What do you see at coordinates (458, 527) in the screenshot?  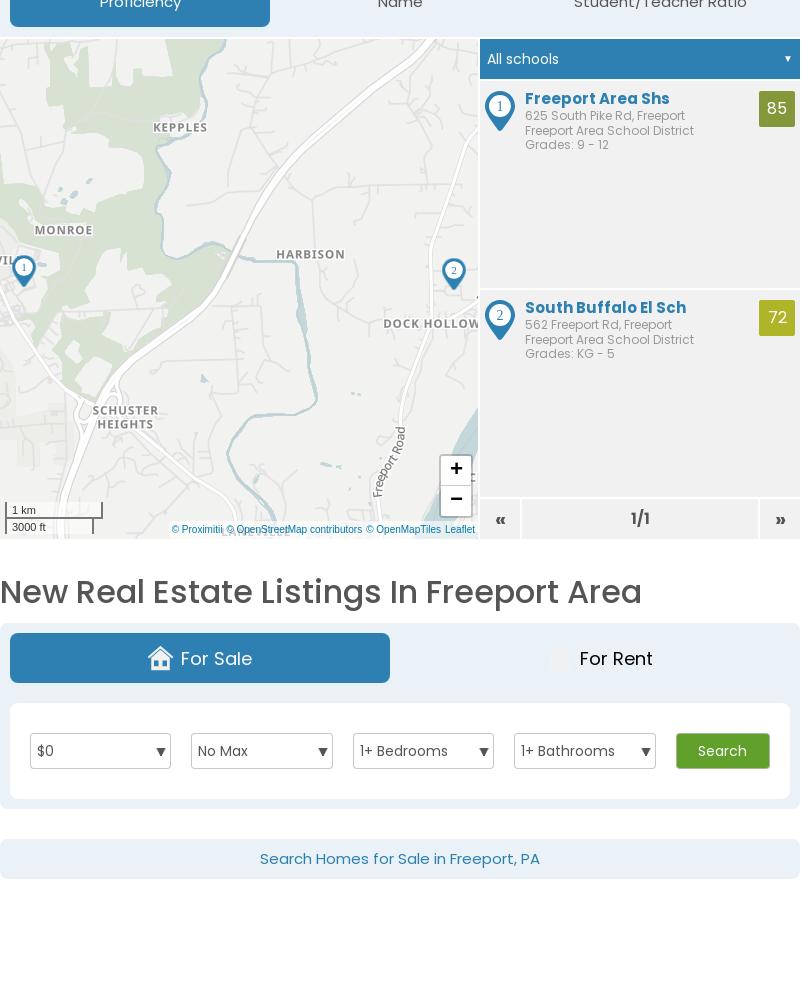 I see `'Leaflet'` at bounding box center [458, 527].